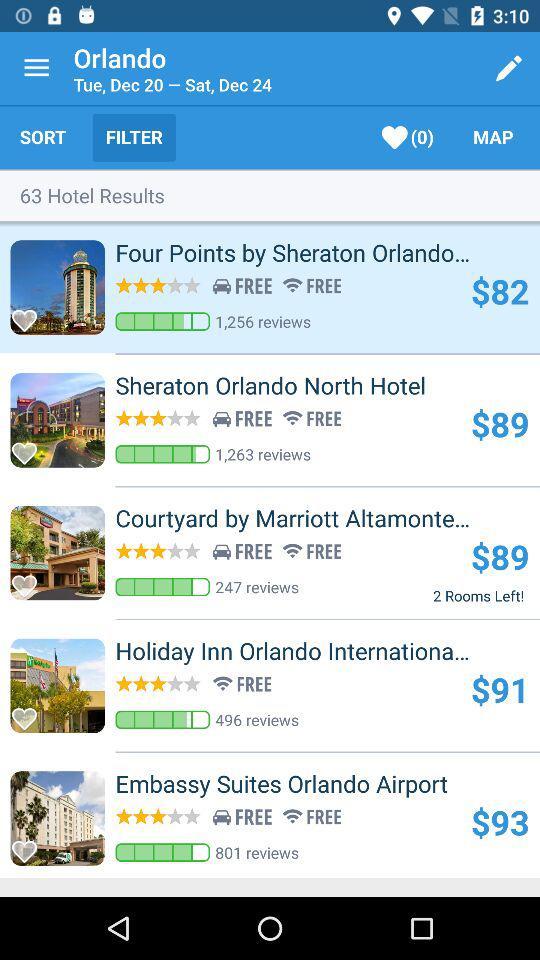 This screenshot has width=540, height=960. Describe the element at coordinates (29, 845) in the screenshot. I see `mark as favorite` at that location.